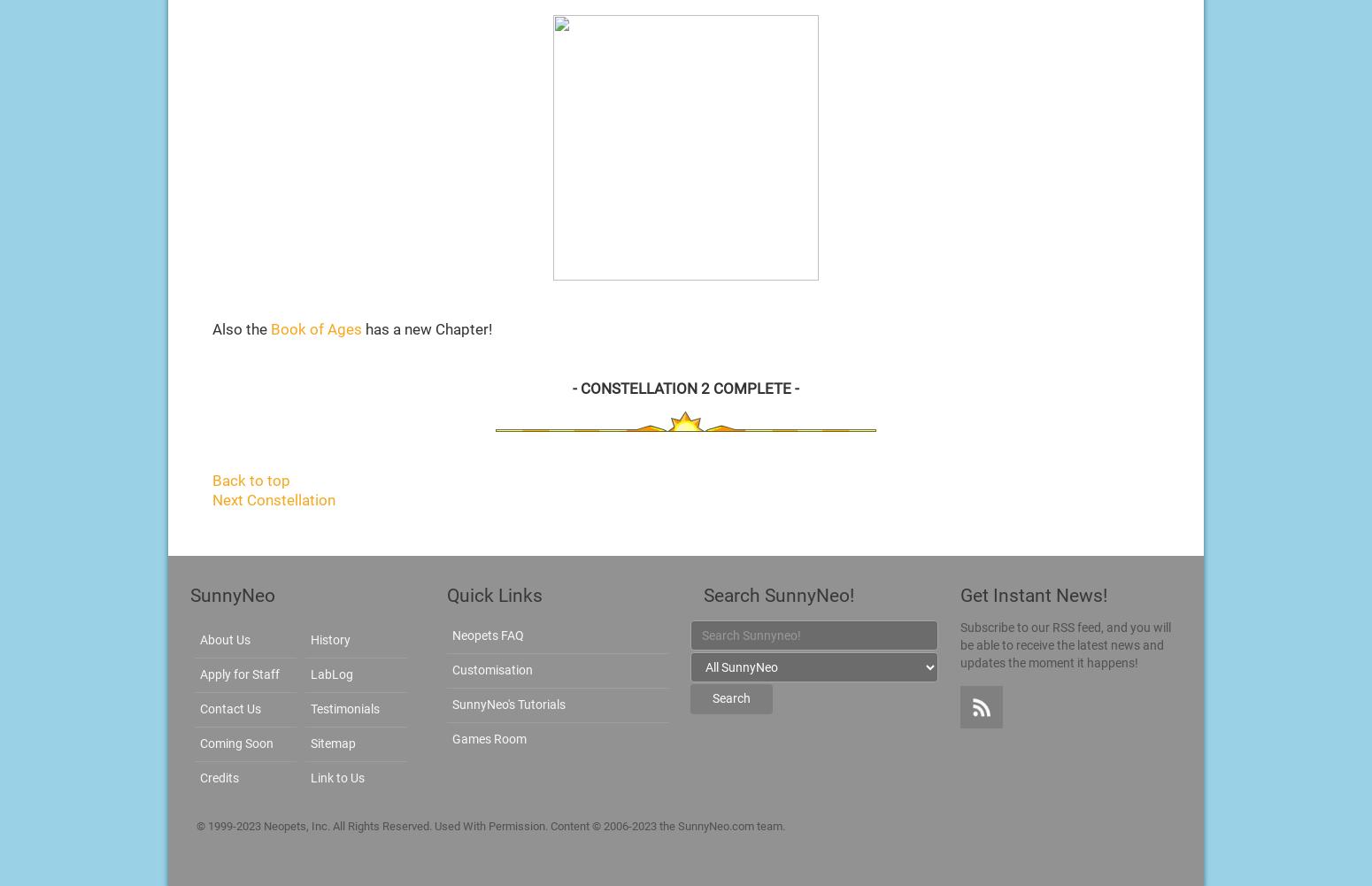  Describe the element at coordinates (220, 777) in the screenshot. I see `'Credits'` at that location.